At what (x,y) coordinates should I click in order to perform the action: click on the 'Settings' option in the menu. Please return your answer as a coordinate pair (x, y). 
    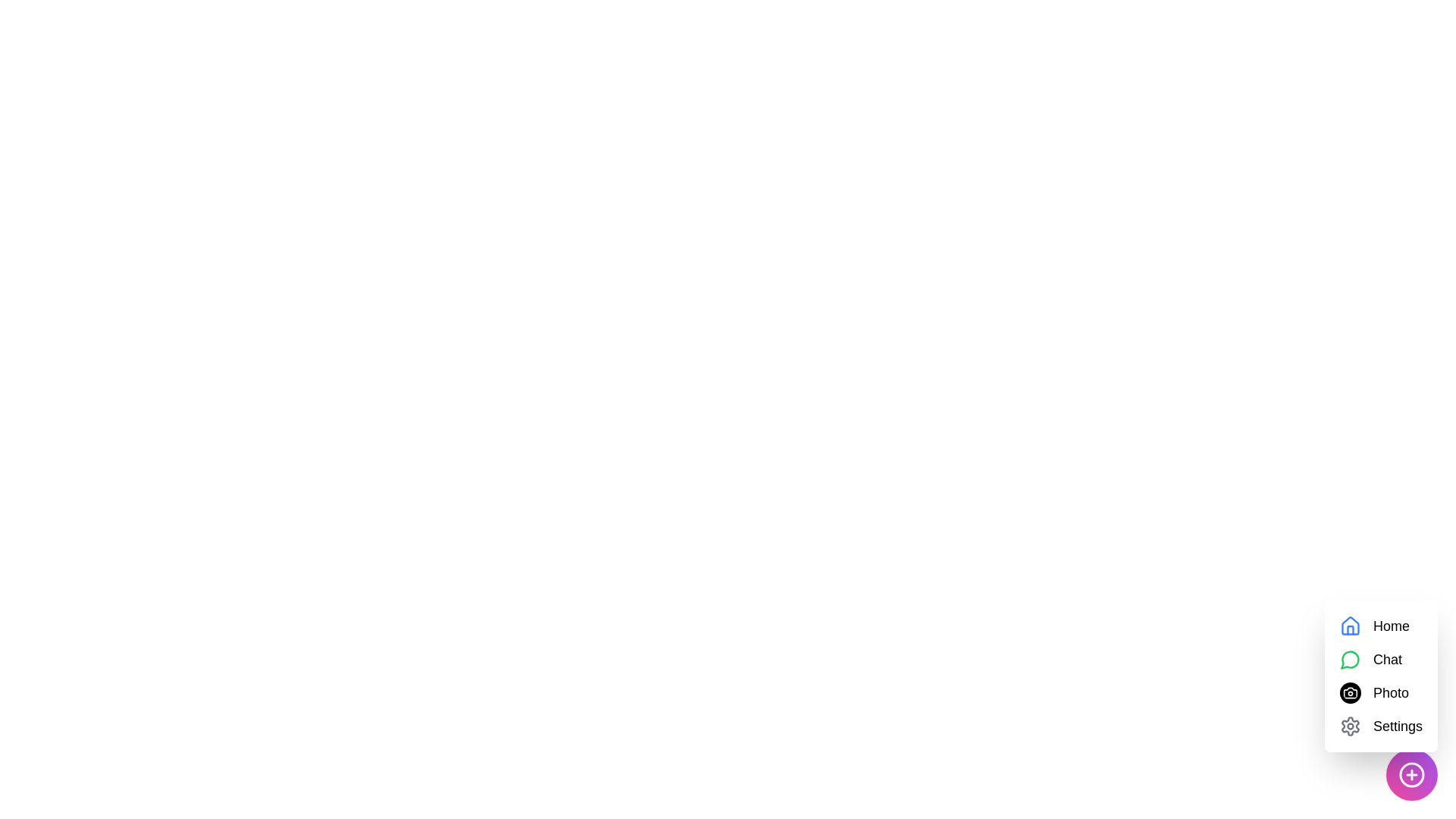
    Looking at the image, I should click on (1397, 725).